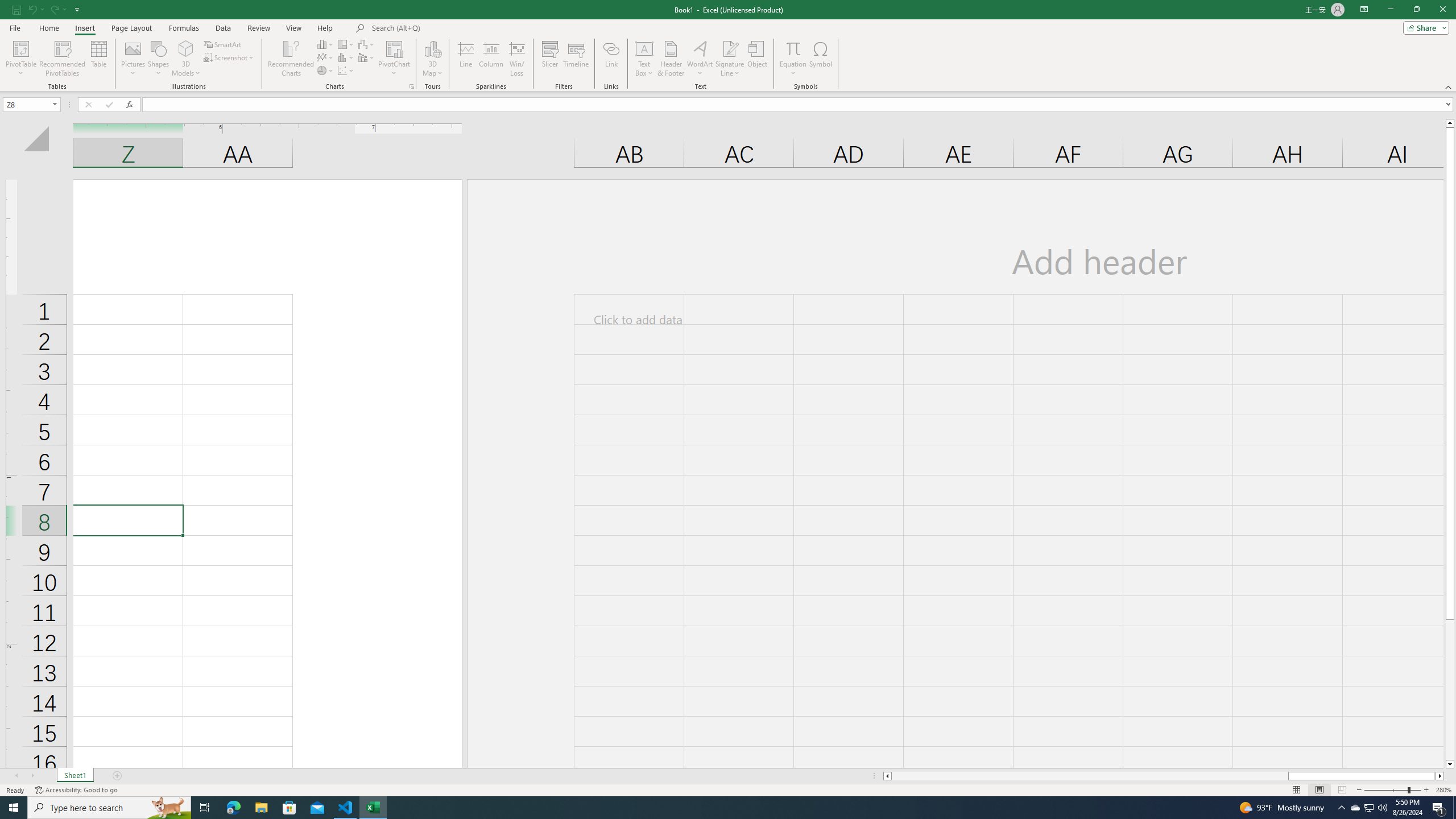 Image resolution: width=1456 pixels, height=819 pixels. What do you see at coordinates (185, 59) in the screenshot?
I see `'3D Models'` at bounding box center [185, 59].